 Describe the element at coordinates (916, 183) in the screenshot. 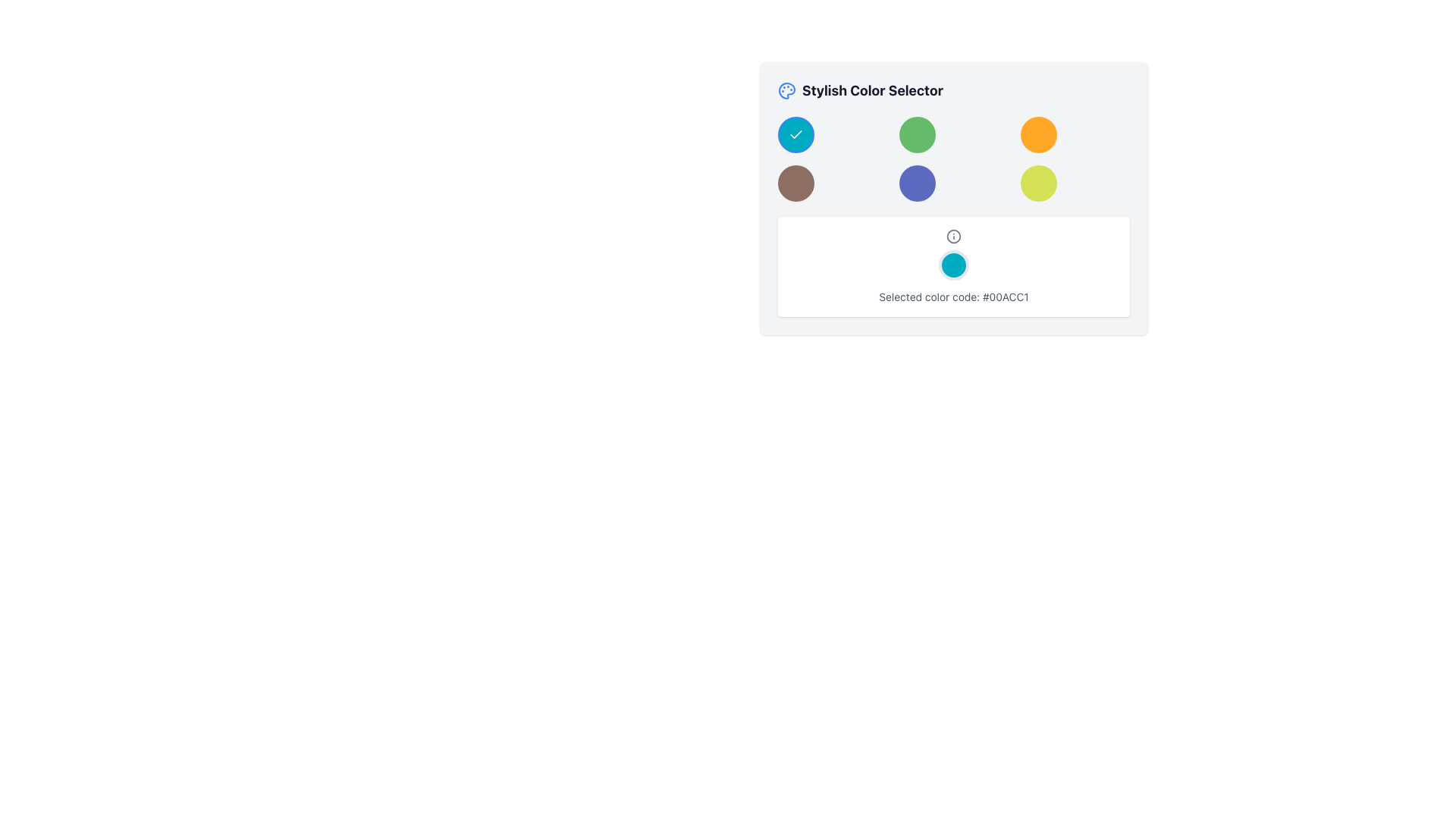

I see `the circular button with a purple background located in the bottom row, second column of a 3x3 grid layout` at that location.